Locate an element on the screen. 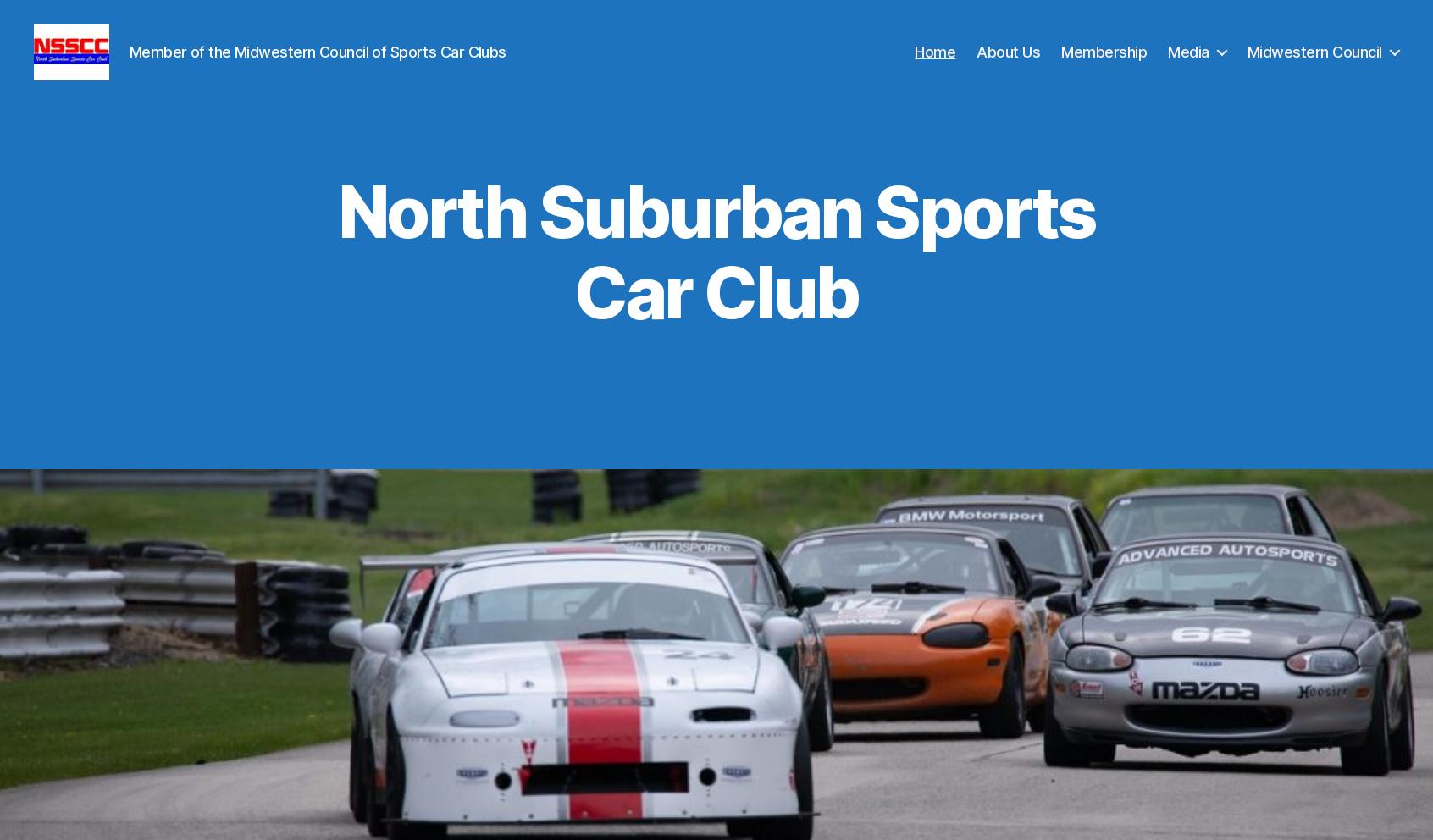 Image resolution: width=1433 pixels, height=840 pixels. 'North Suburban Sports Car Club will not be hosting a Midwestern Council Race Weekend in 2023.' is located at coordinates (712, 573).